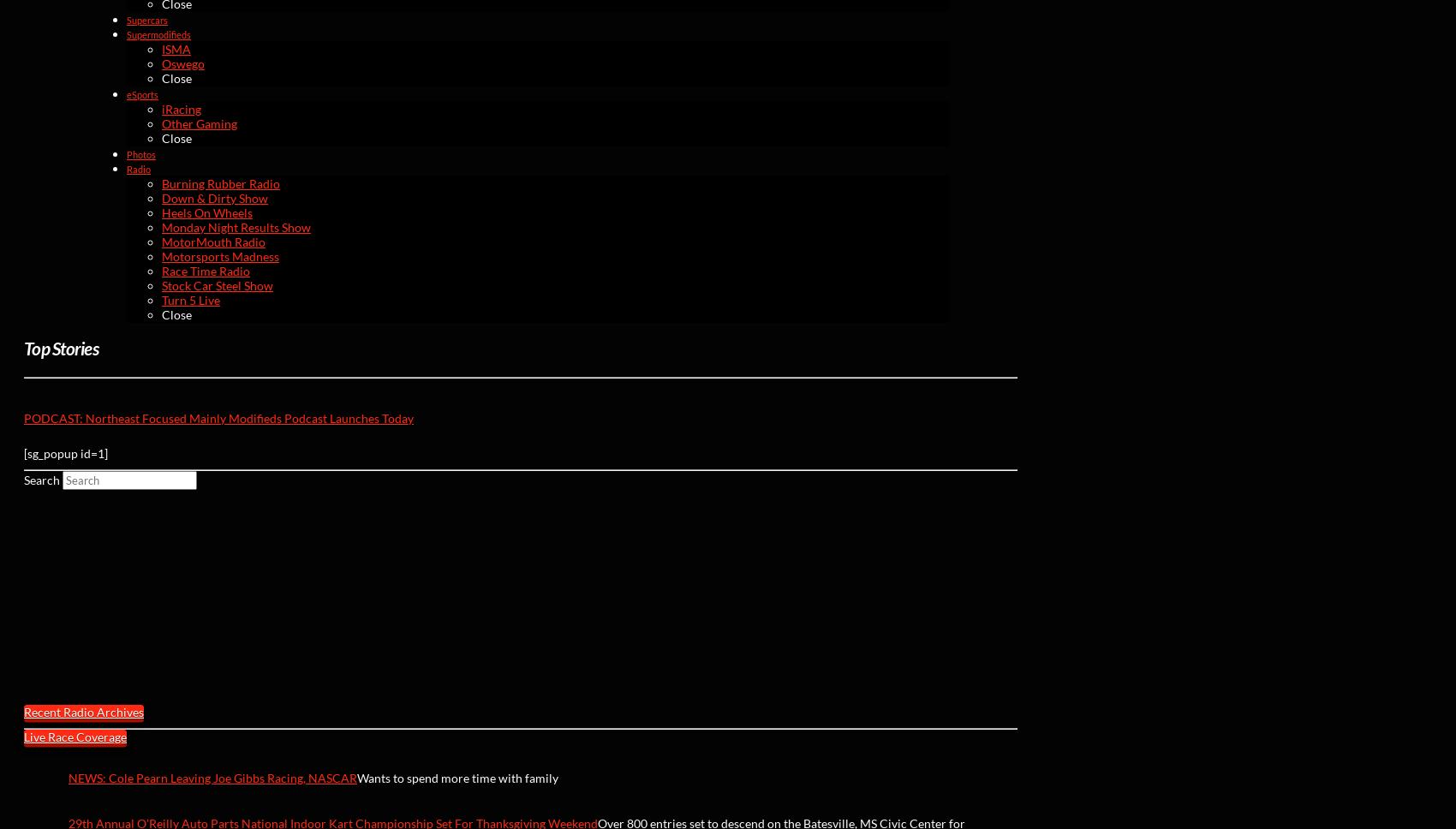  What do you see at coordinates (214, 196) in the screenshot?
I see `'Down & Dirty Show'` at bounding box center [214, 196].